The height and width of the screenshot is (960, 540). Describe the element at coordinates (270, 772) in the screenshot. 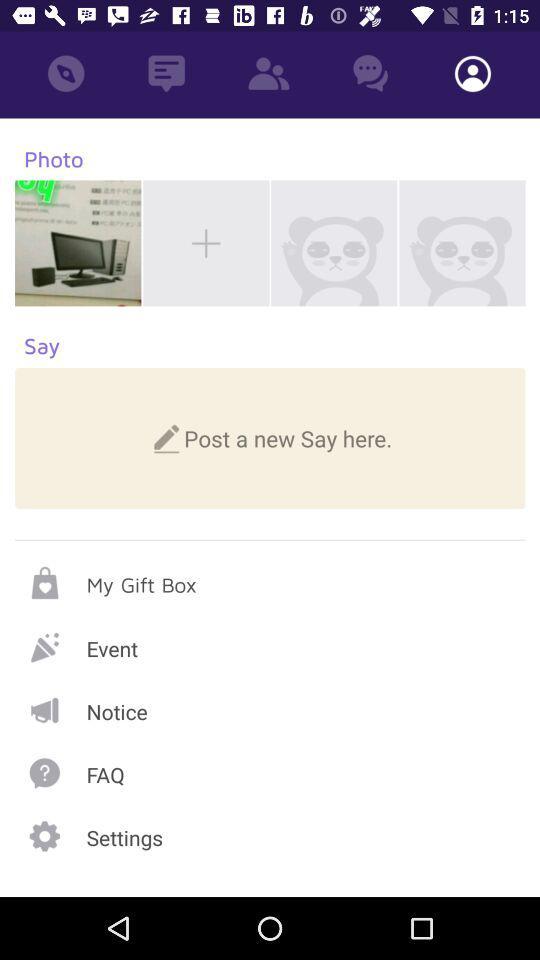

I see `frequently asked questions` at that location.